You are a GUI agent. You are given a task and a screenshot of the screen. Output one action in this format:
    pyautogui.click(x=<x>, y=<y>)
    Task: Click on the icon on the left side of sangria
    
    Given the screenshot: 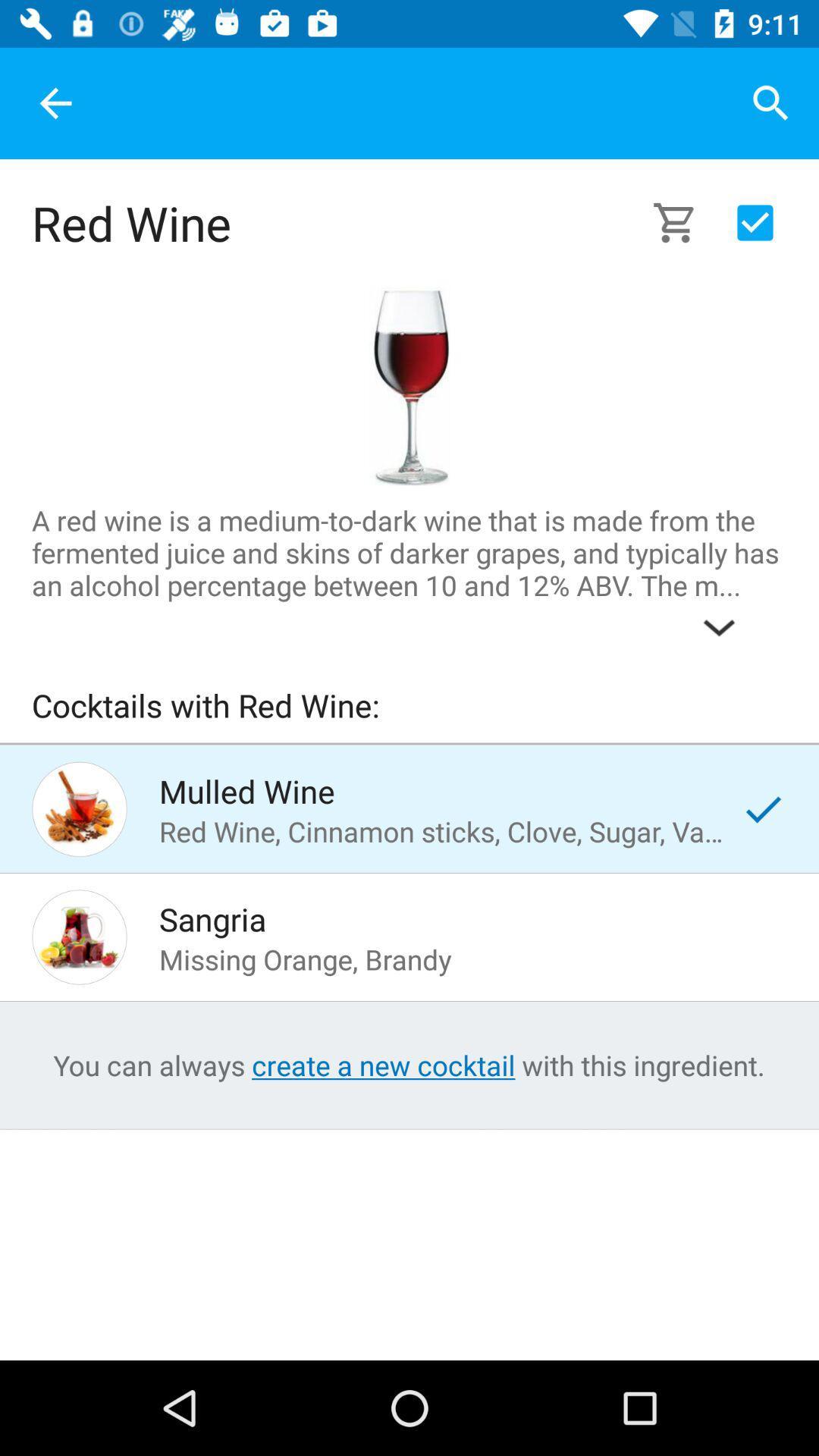 What is the action you would take?
    pyautogui.click(x=79, y=936)
    